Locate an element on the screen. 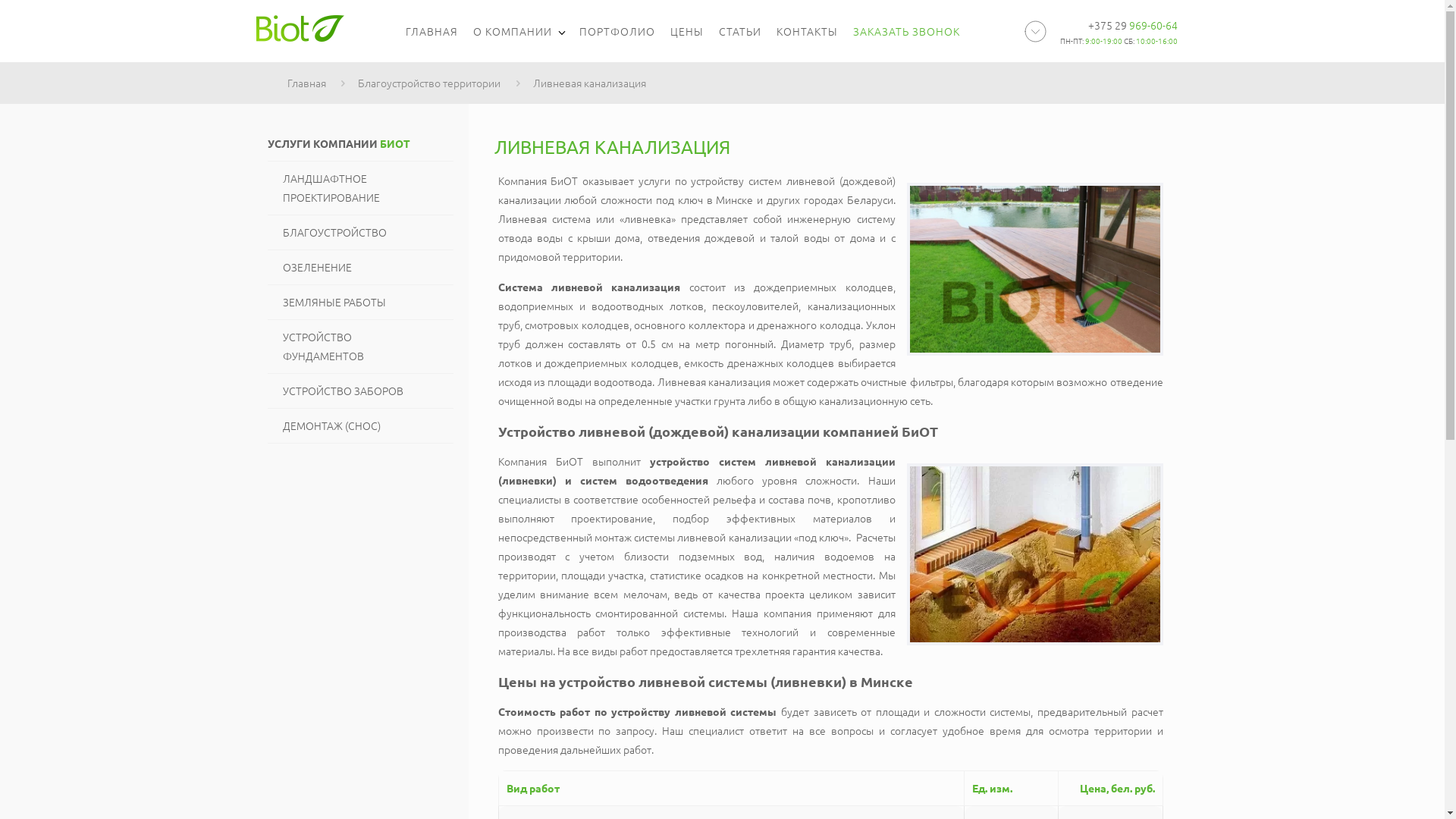  '+375 29 969-60-64' is located at coordinates (1131, 25).